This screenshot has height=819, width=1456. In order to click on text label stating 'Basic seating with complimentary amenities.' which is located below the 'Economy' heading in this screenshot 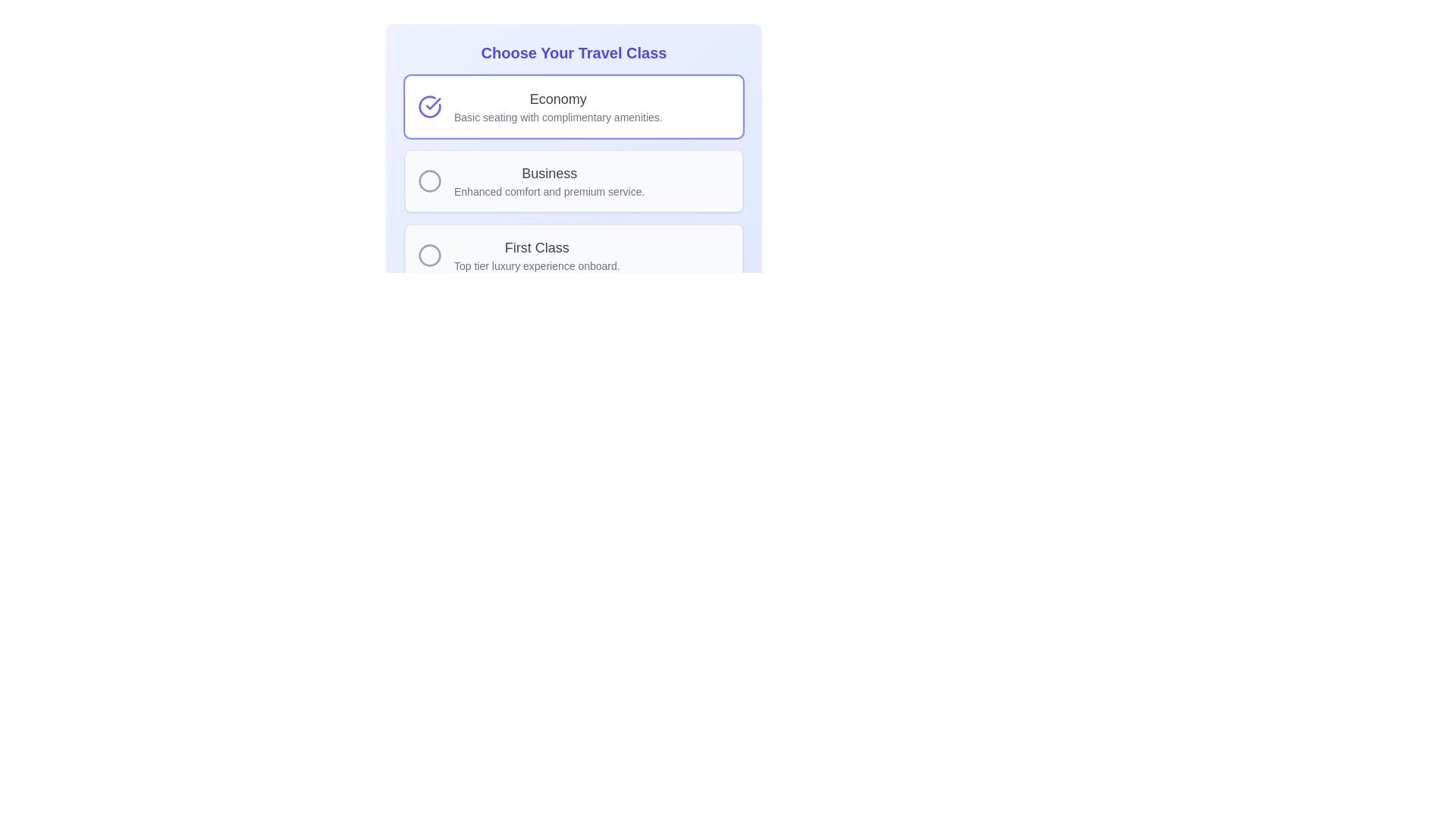, I will do `click(557, 116)`.